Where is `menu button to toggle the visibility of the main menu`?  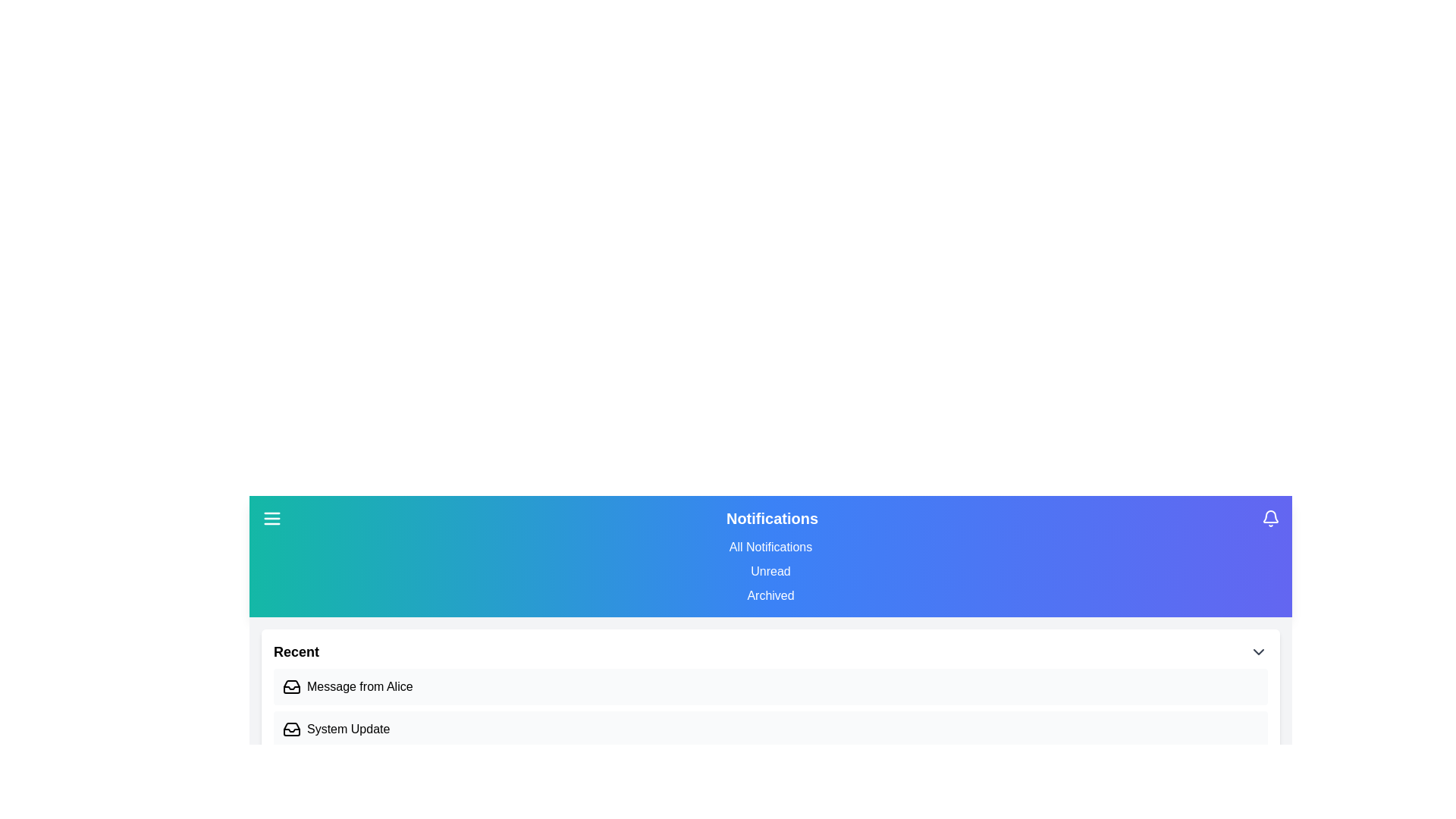 menu button to toggle the visibility of the main menu is located at coordinates (272, 517).